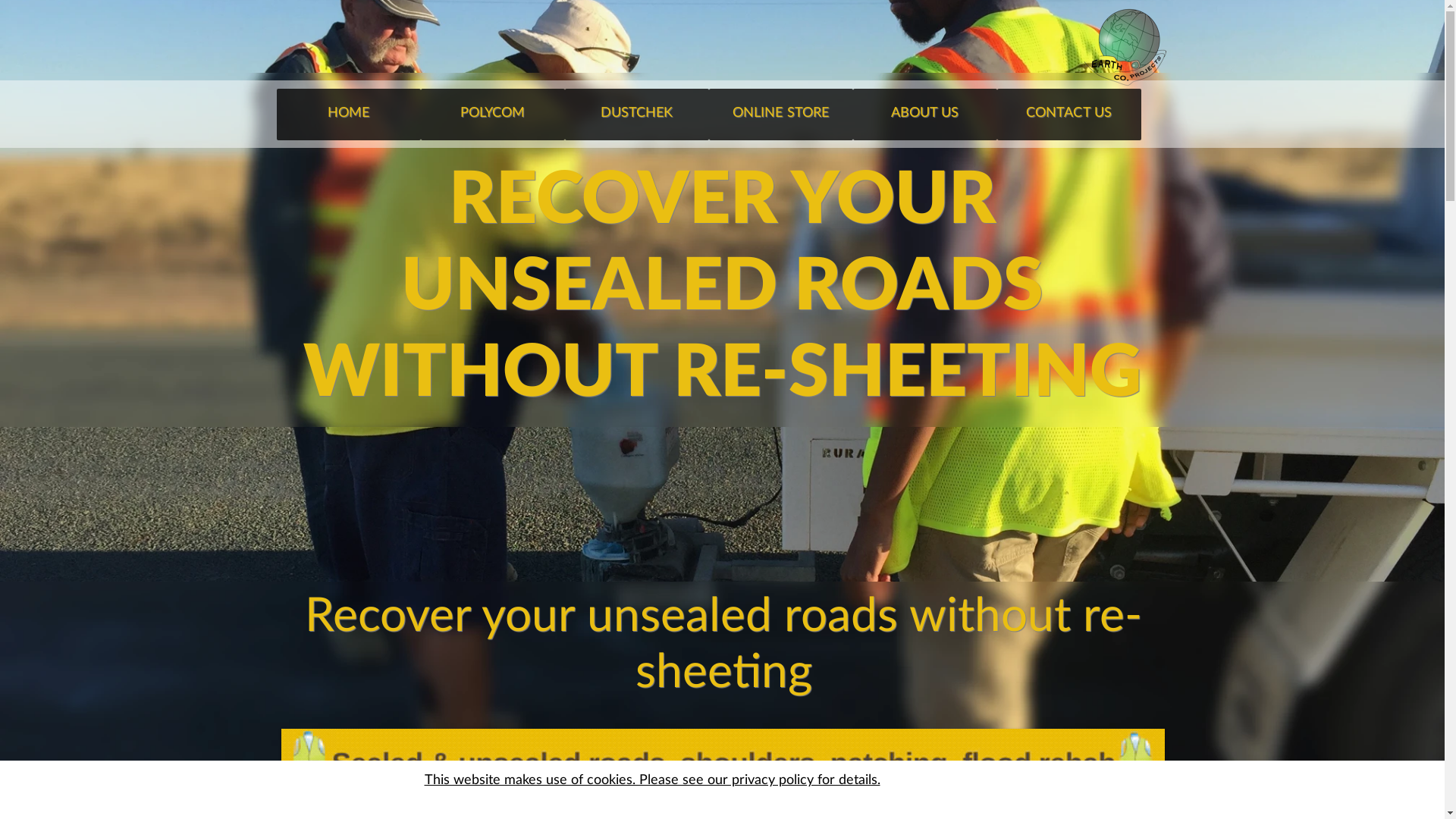  Describe the element at coordinates (721, 765) in the screenshot. I see `'Rural road asset management with PolyCoom Stabilising Aid.'` at that location.